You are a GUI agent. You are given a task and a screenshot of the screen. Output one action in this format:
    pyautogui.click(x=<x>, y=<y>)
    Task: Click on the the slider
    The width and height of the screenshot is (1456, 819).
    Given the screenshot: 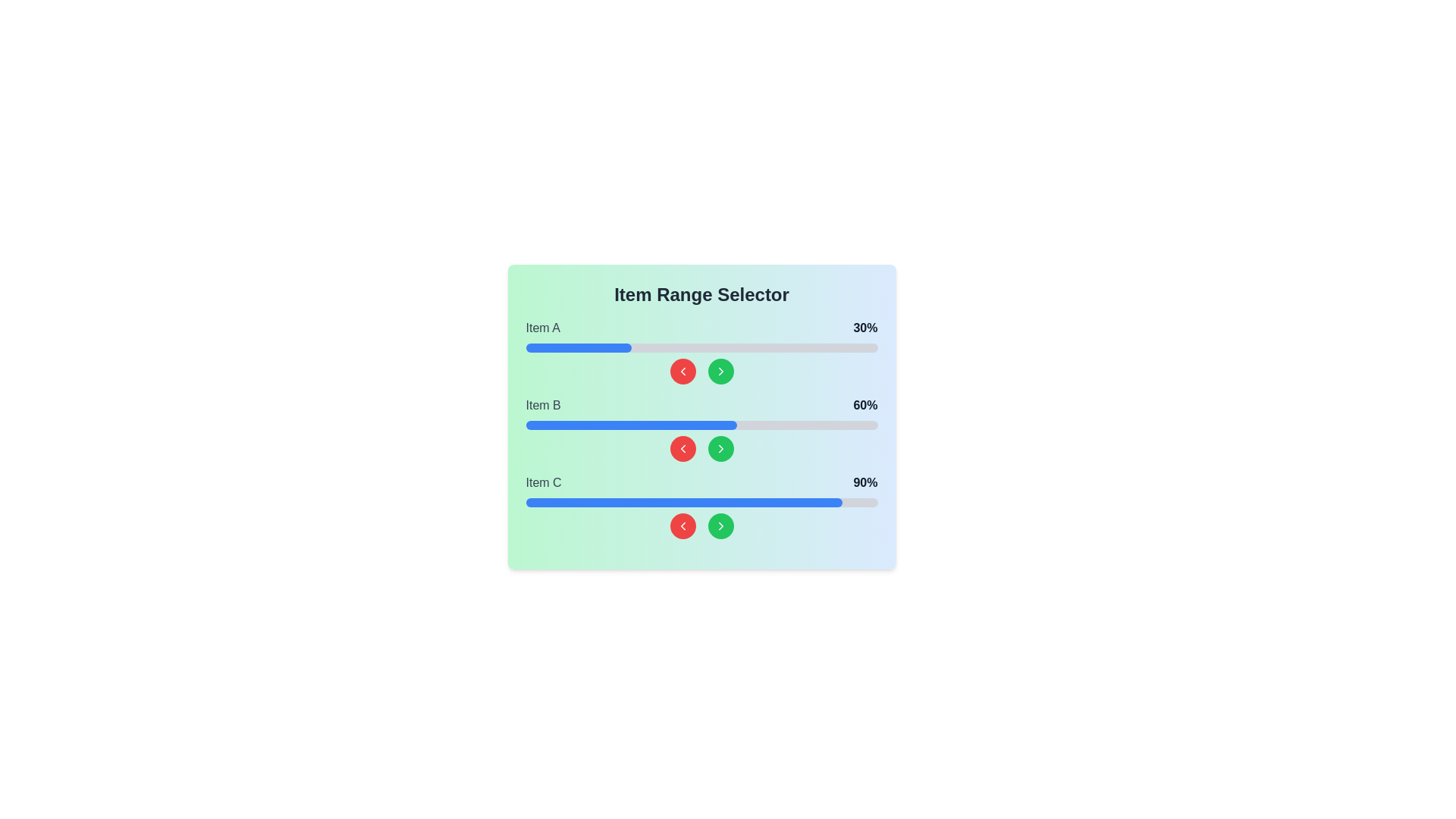 What is the action you would take?
    pyautogui.click(x=690, y=425)
    